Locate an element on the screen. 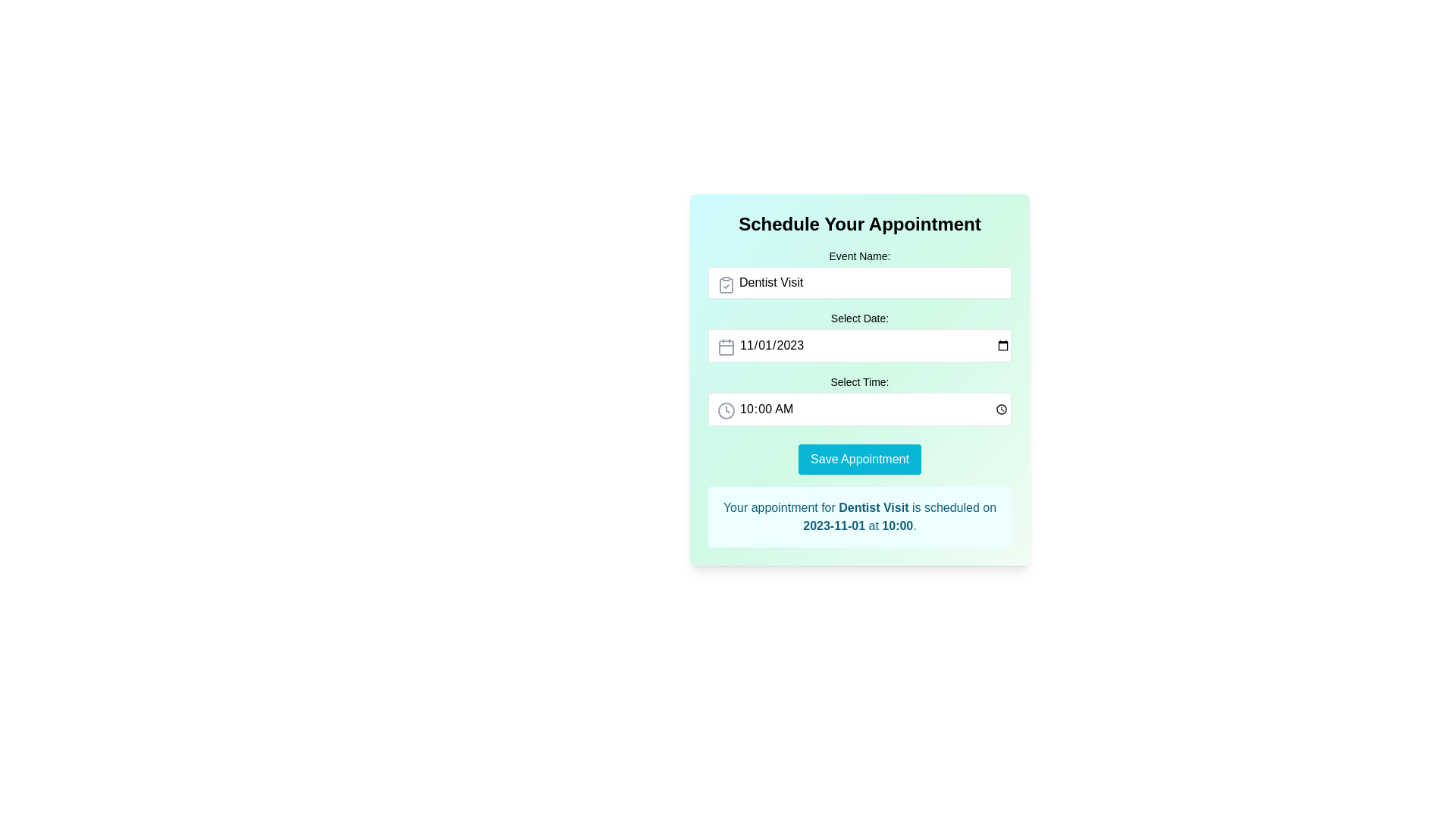 The width and height of the screenshot is (1456, 819). the clock icon, which is a line-drawn gray circular outline with hands indicating the time, positioned to the left of the time input field labeled 'Select Time:' is located at coordinates (726, 411).